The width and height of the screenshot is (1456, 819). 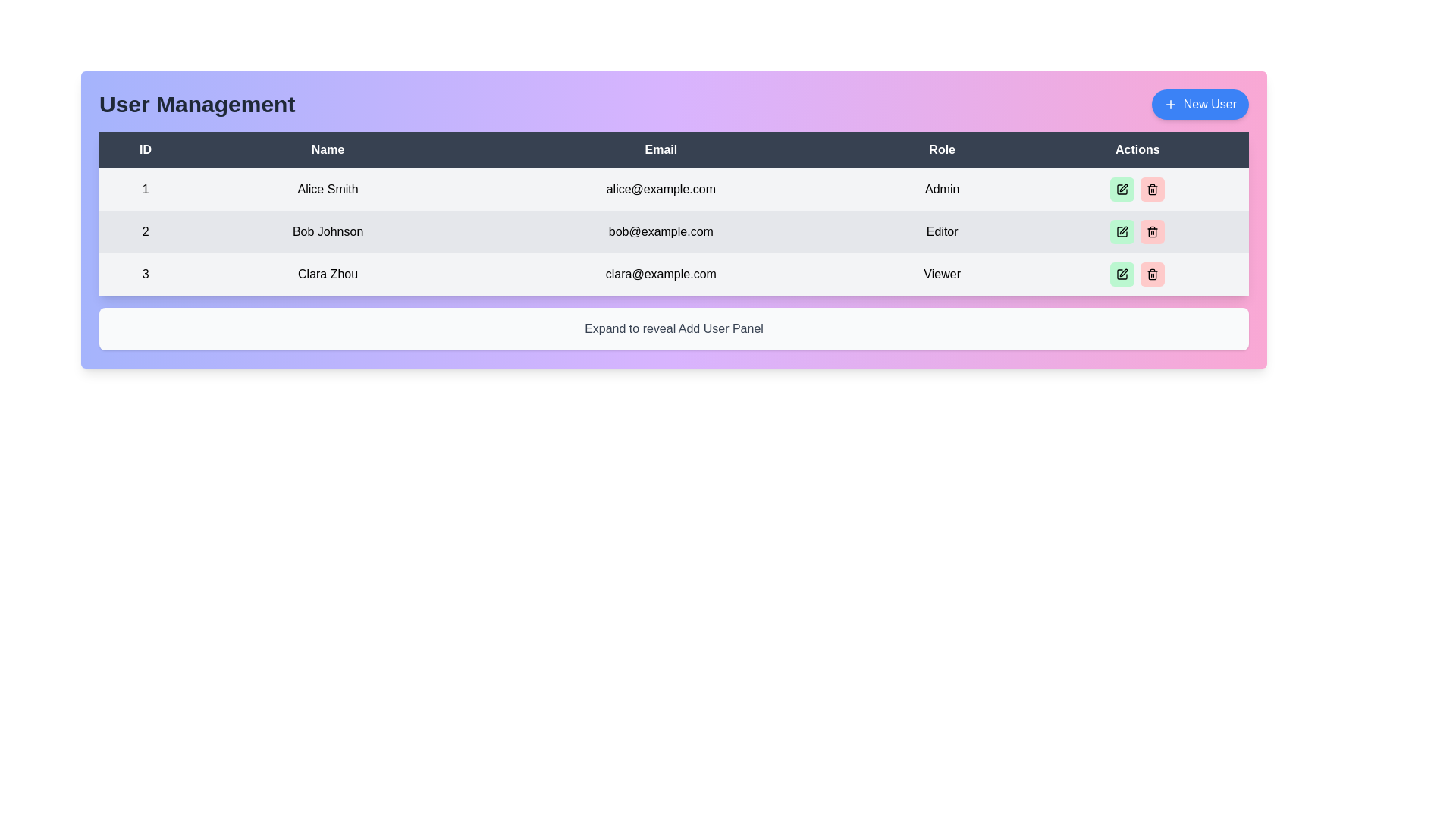 I want to click on displayed value of the static text label showing the number '1', which is located in the first column of the table under the 'ID' header, so click(x=146, y=189).